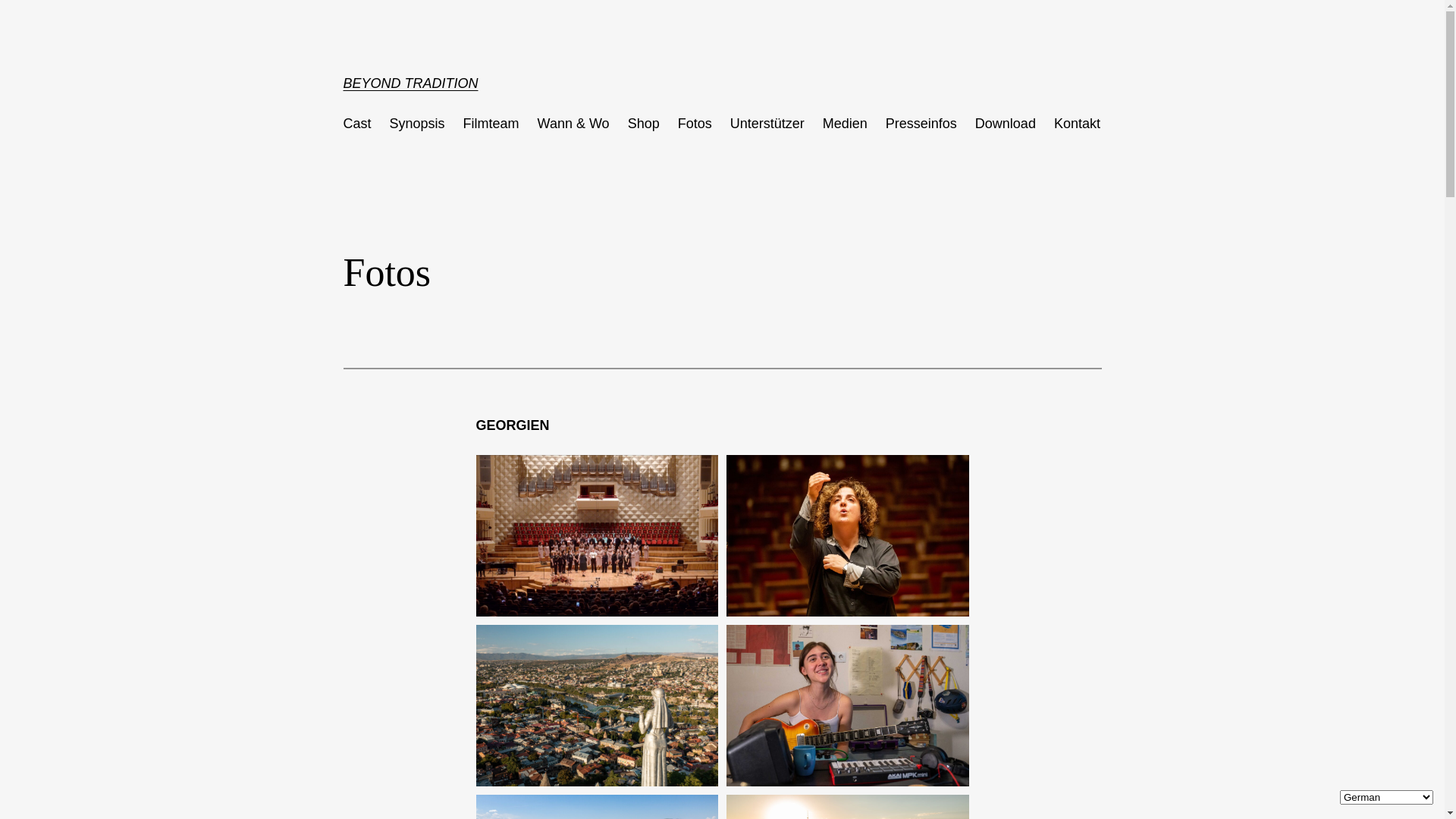 This screenshot has height=819, width=1456. Describe the element at coordinates (920, 123) in the screenshot. I see `'Presseinfos'` at that location.